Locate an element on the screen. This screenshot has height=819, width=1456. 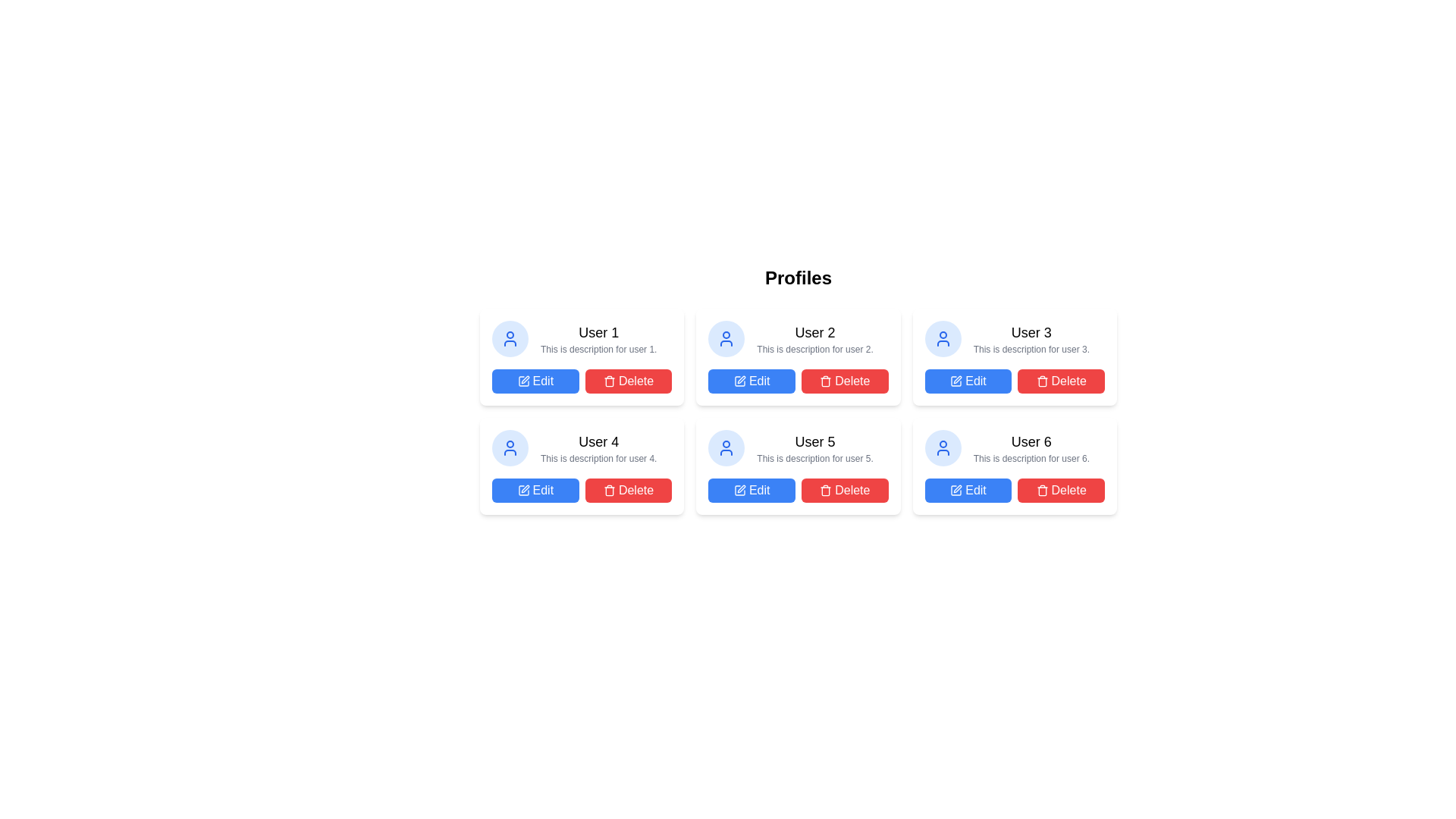
the 'Delete' button located in the profile card for 'User 1', which is the second button after the 'Edit' button is located at coordinates (629, 380).